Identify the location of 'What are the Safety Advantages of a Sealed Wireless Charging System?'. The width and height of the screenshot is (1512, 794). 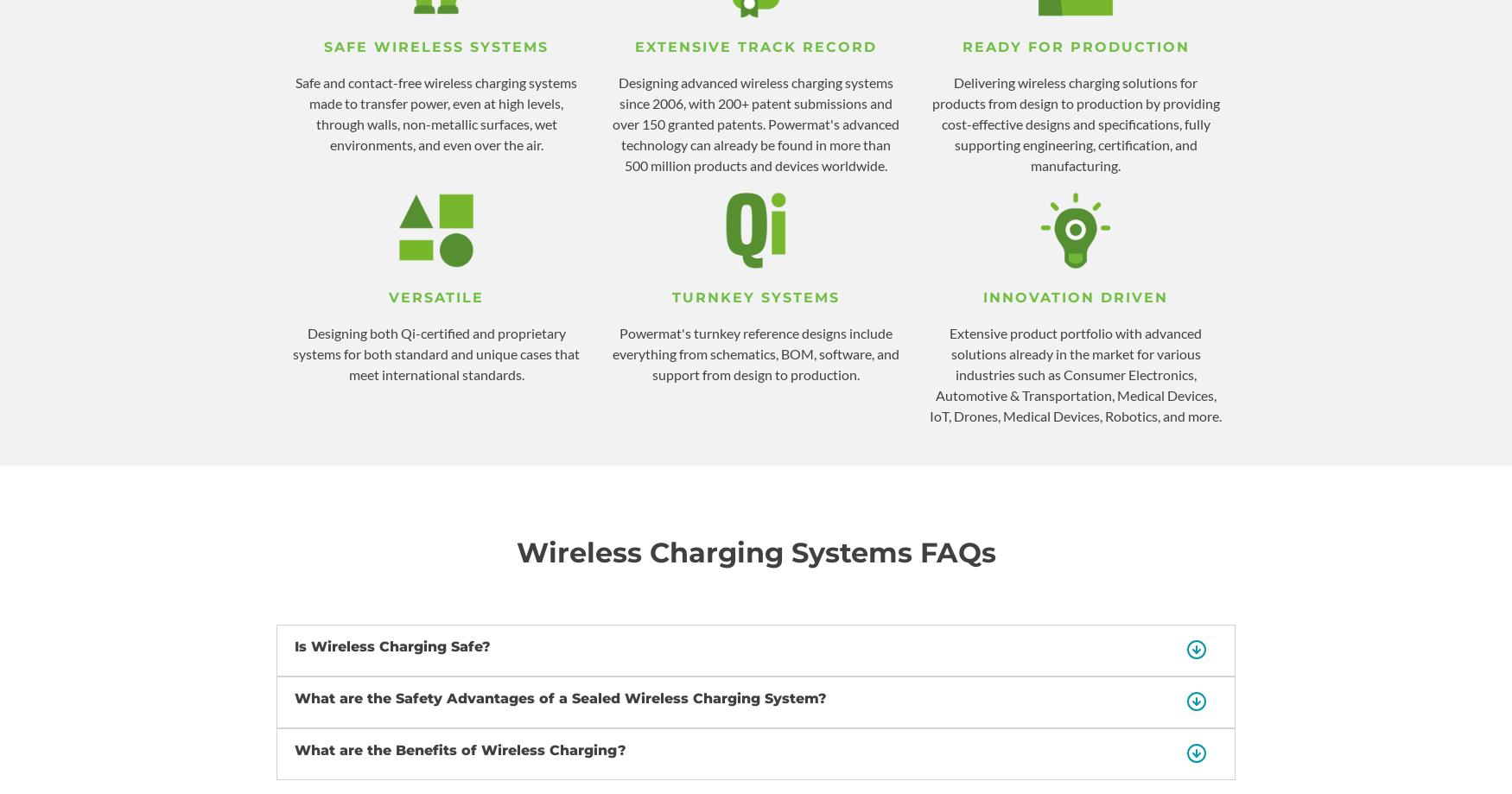
(560, 698).